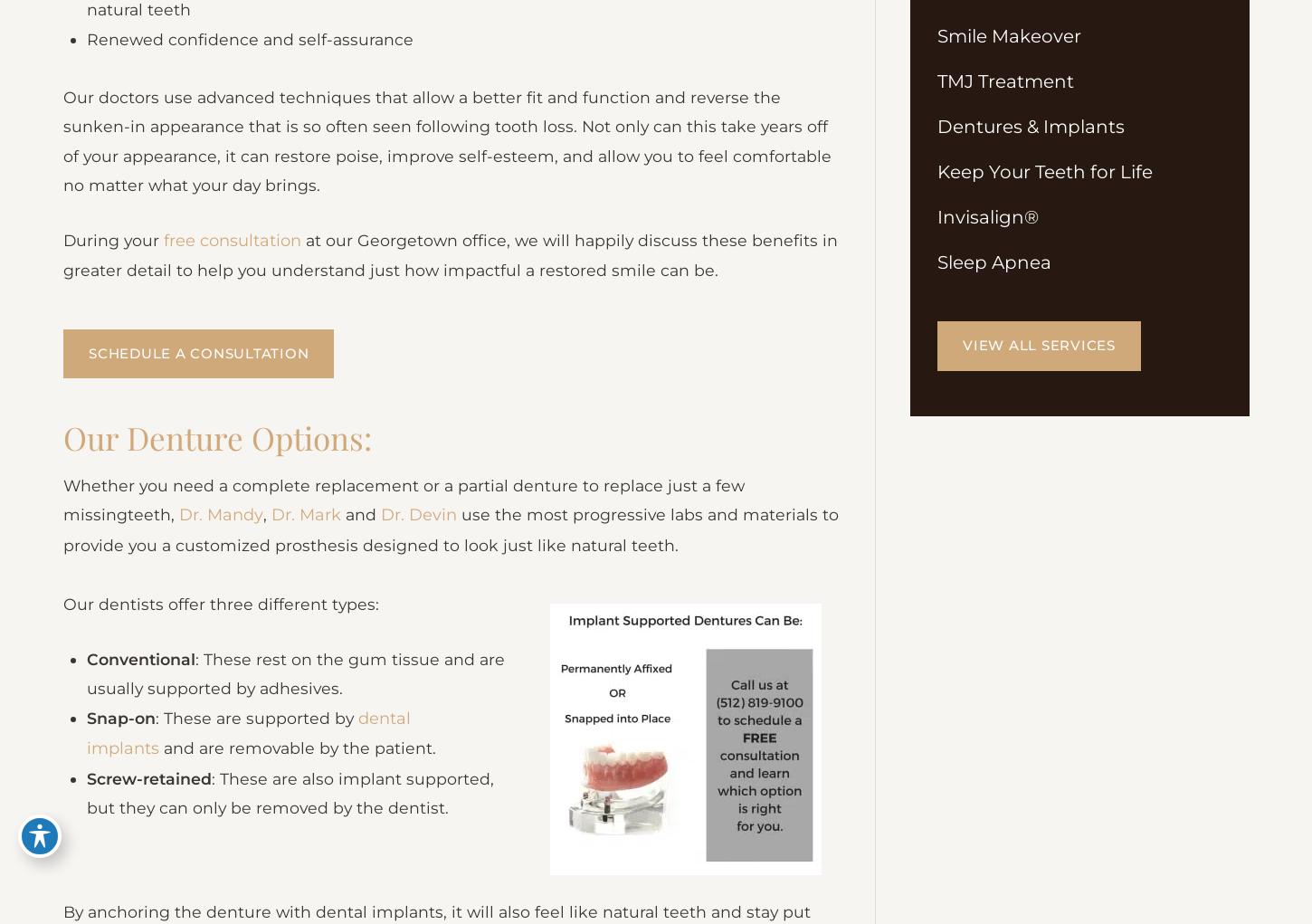  I want to click on 'Screw-retained', so click(151, 805).